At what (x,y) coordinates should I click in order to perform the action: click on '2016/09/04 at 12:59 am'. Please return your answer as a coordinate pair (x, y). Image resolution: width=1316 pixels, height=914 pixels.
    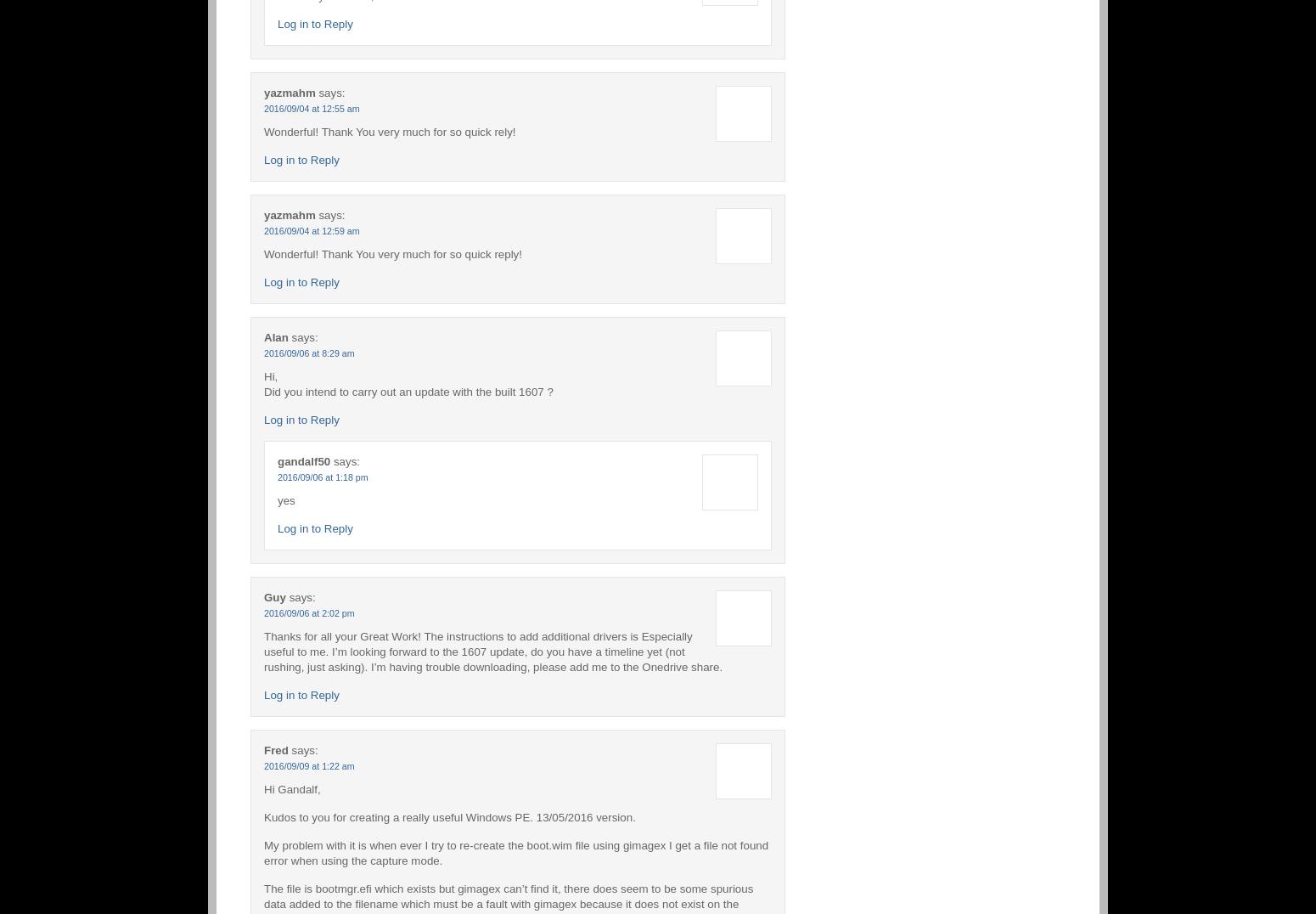
    Looking at the image, I should click on (311, 229).